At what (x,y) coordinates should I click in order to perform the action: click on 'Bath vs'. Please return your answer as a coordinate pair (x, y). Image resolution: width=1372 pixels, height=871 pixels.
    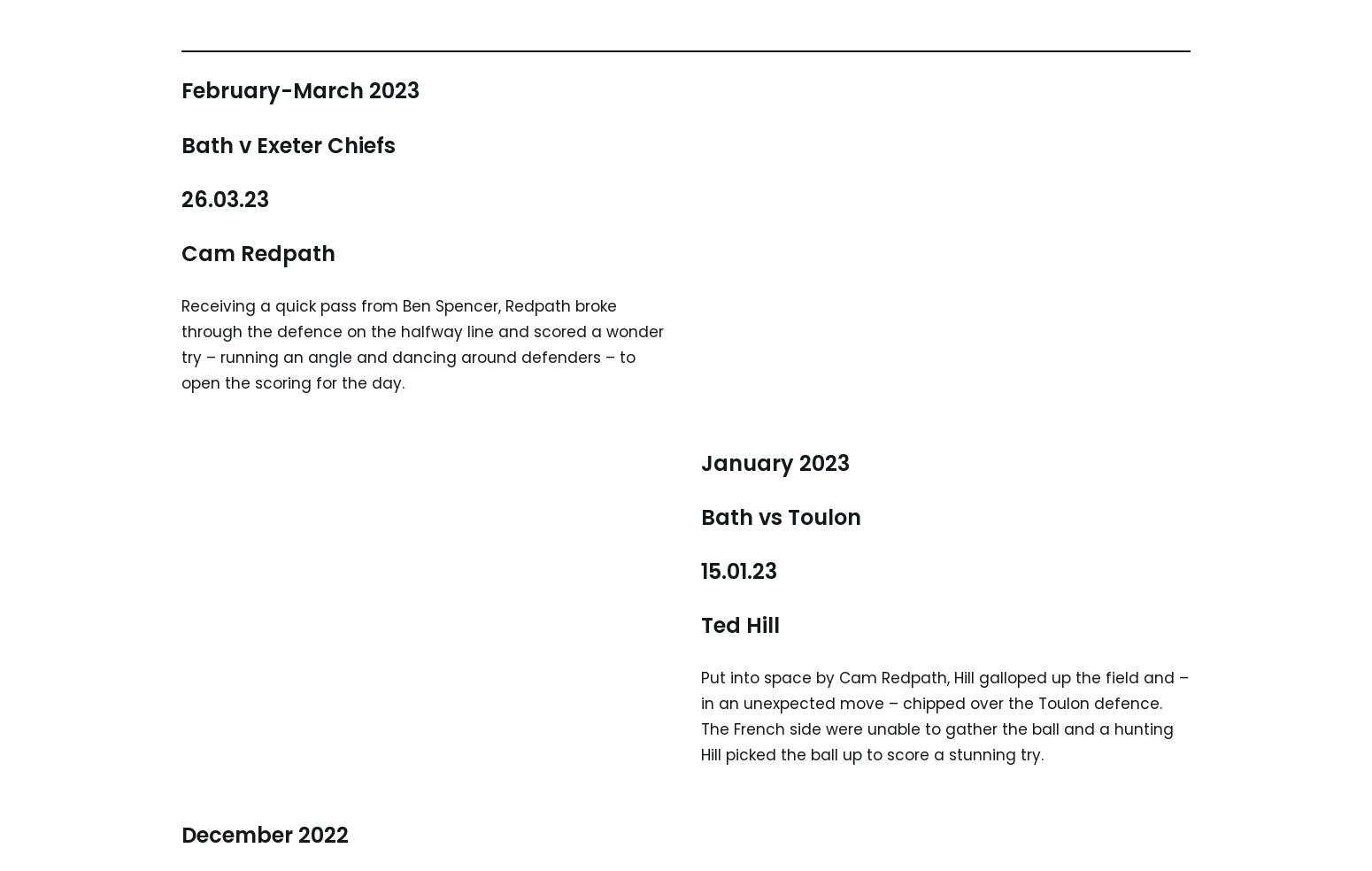
    Looking at the image, I should click on (744, 515).